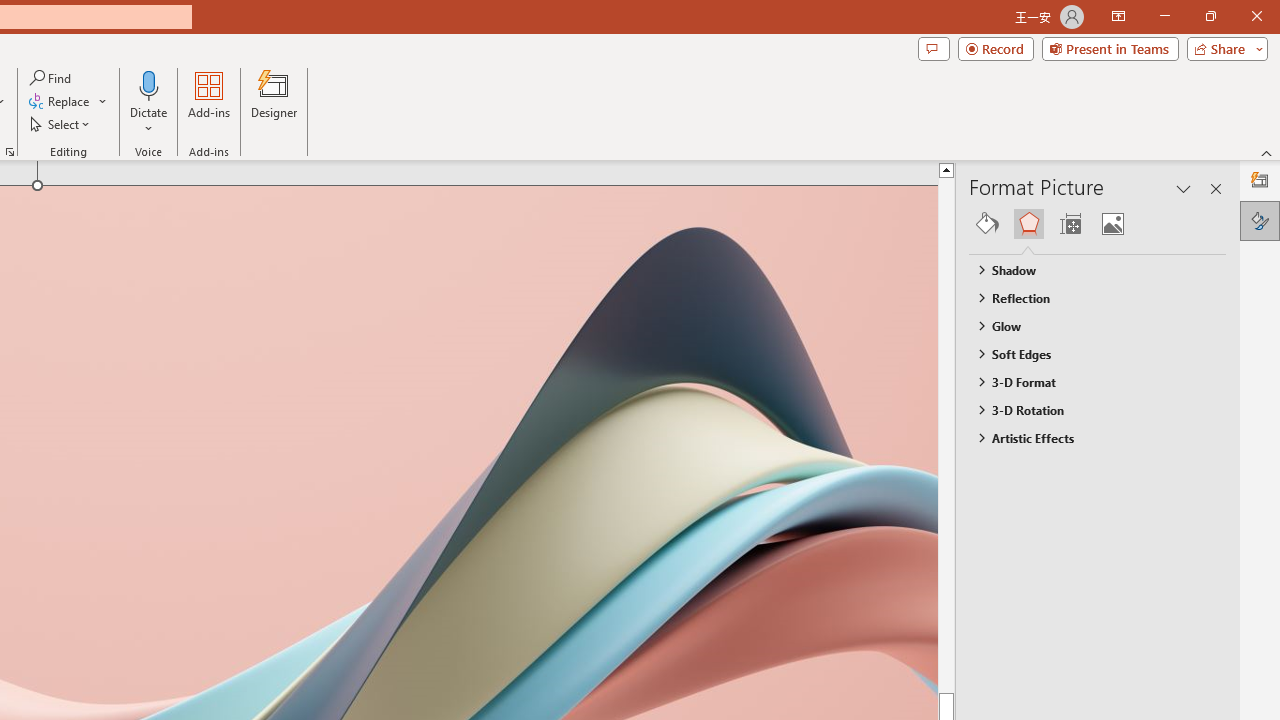 This screenshot has width=1280, height=720. What do you see at coordinates (1215, 189) in the screenshot?
I see `'Close pane'` at bounding box center [1215, 189].